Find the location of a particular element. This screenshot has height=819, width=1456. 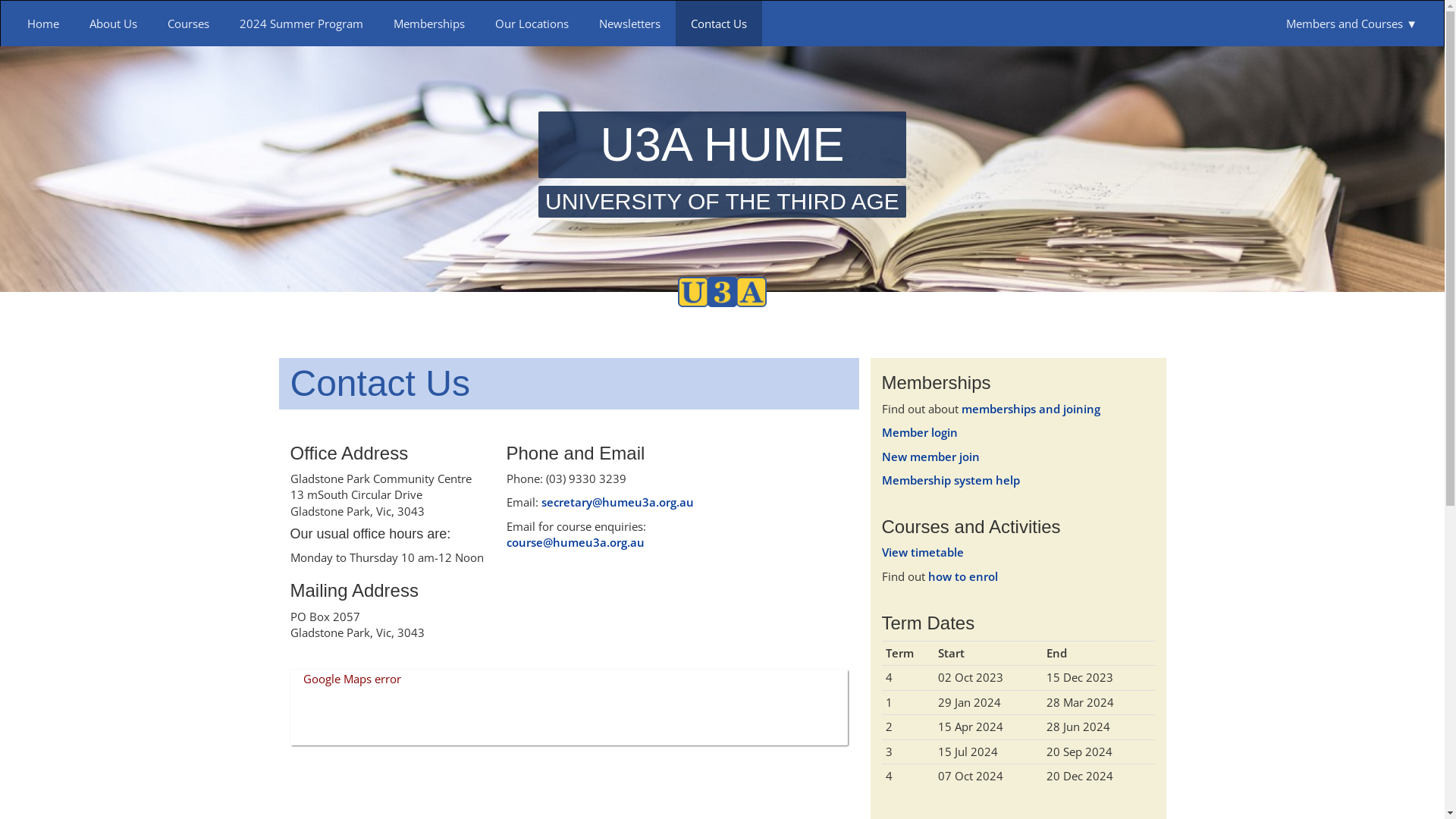

'About Us' is located at coordinates (112, 23).